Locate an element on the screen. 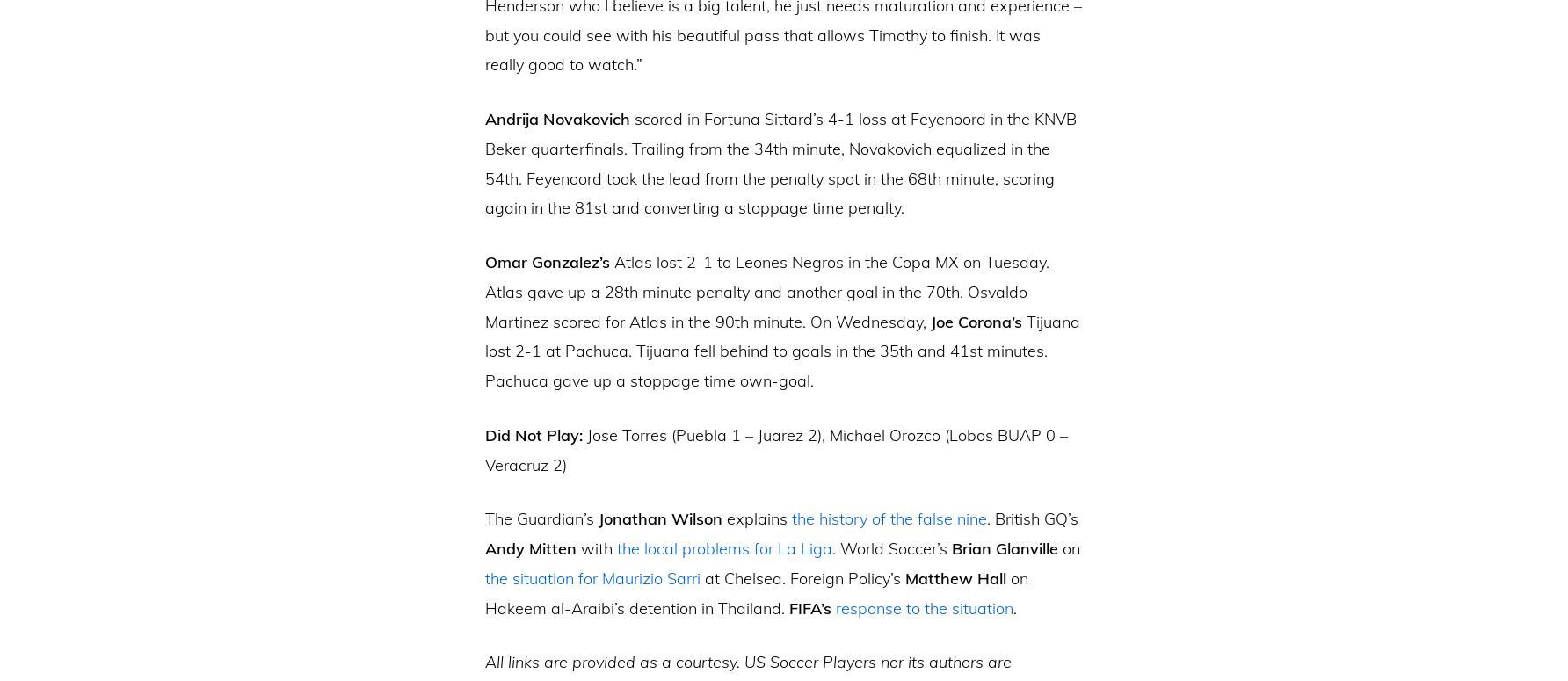 The width and height of the screenshot is (1568, 681). '. World Soccer’s' is located at coordinates (831, 548).